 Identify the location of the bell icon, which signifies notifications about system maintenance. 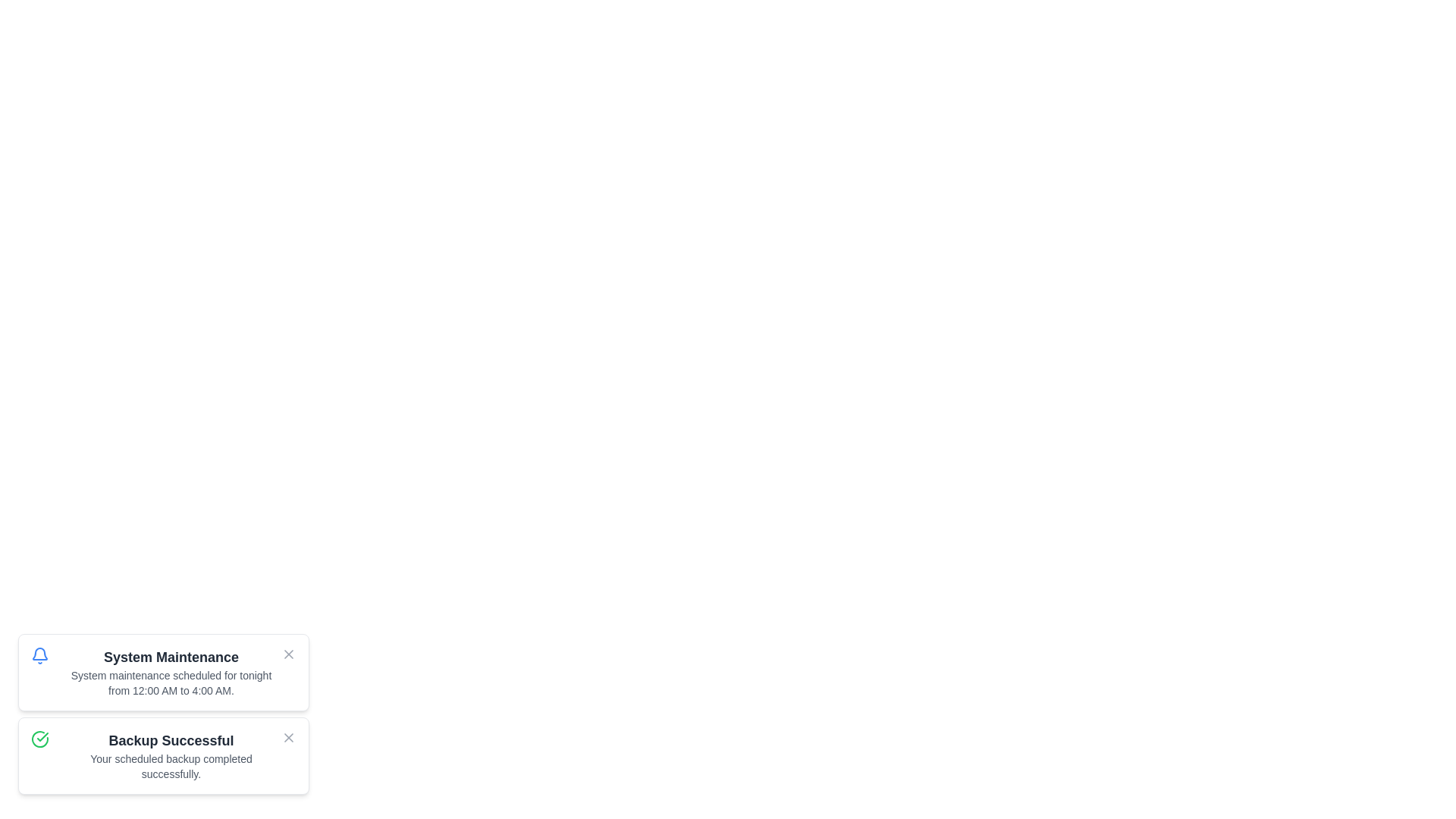
(39, 654).